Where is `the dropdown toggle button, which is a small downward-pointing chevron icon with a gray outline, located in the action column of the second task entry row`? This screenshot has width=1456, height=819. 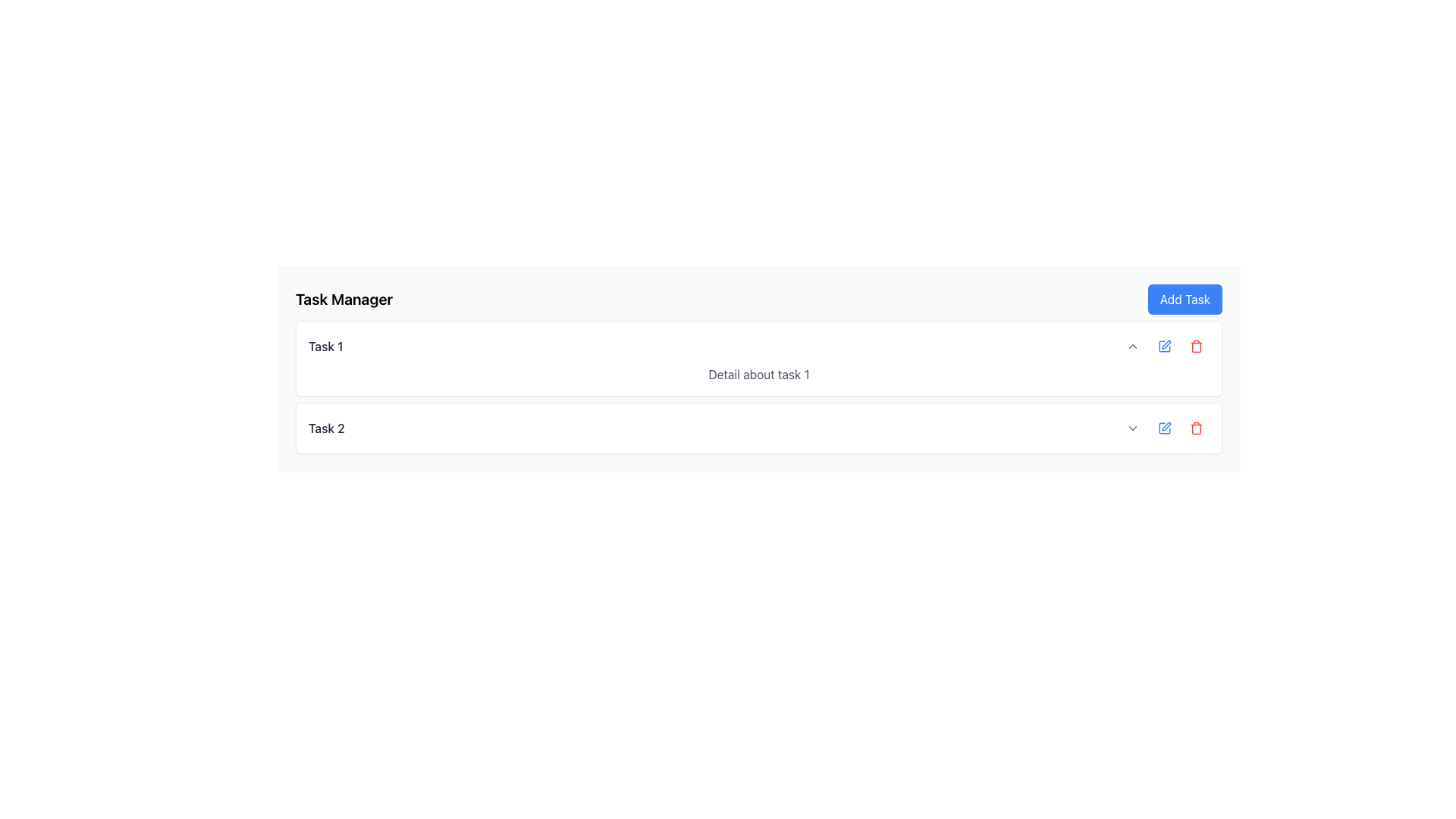 the dropdown toggle button, which is a small downward-pointing chevron icon with a gray outline, located in the action column of the second task entry row is located at coordinates (1132, 428).